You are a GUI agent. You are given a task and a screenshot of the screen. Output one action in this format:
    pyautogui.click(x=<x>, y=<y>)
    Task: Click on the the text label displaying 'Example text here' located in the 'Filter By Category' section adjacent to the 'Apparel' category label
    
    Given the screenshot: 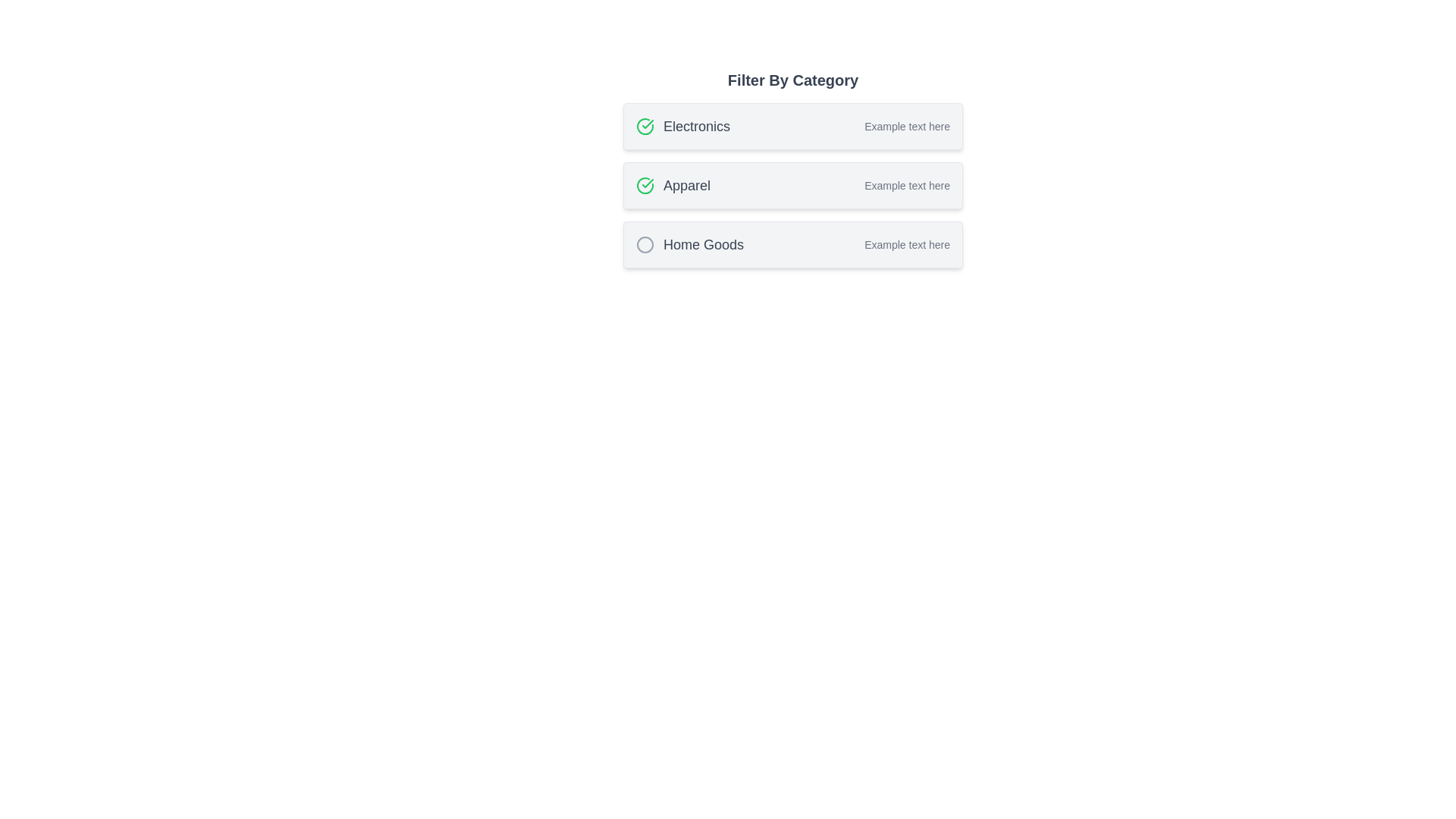 What is the action you would take?
    pyautogui.click(x=907, y=185)
    